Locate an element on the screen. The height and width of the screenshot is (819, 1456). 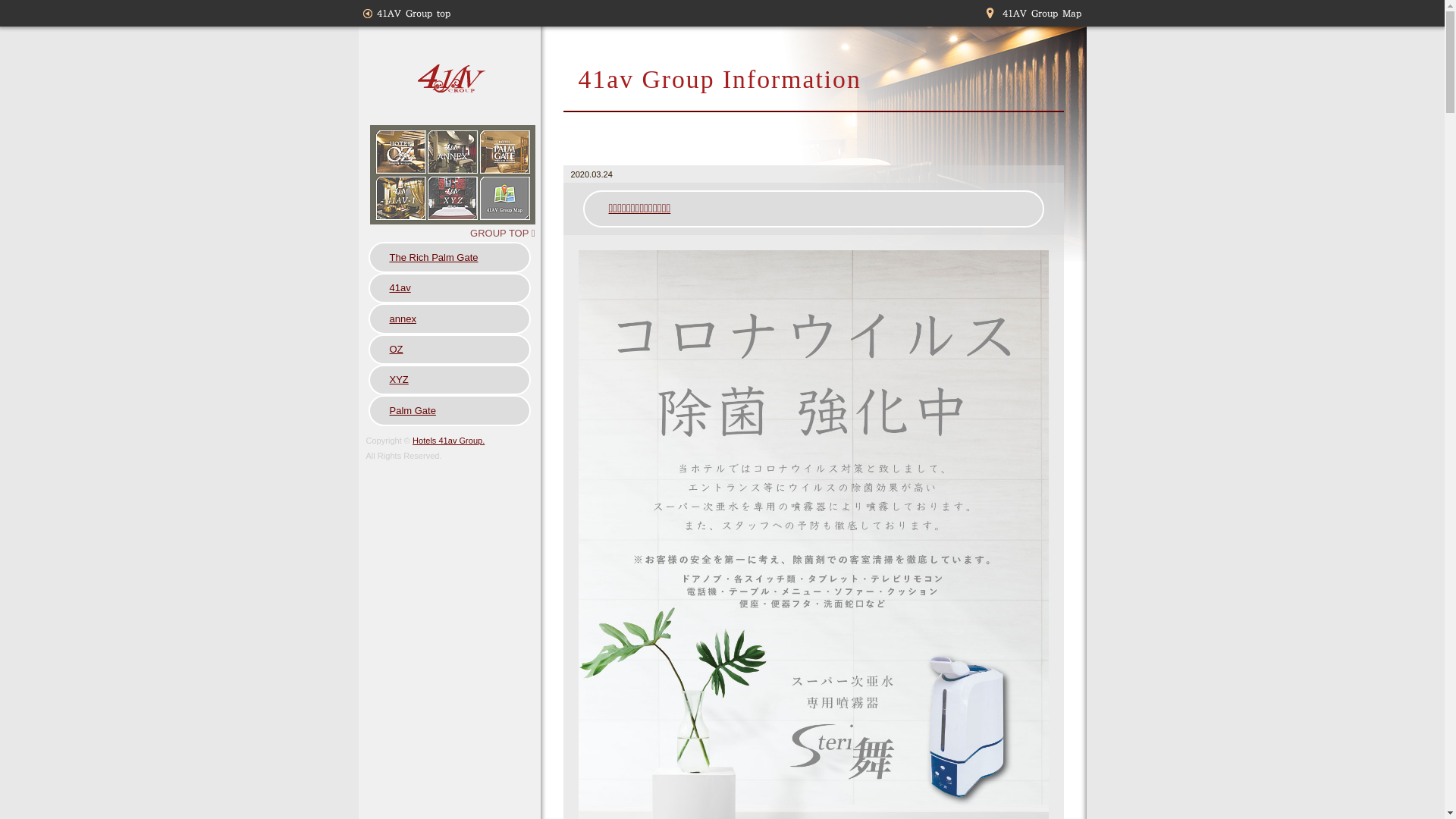
'annex' is located at coordinates (449, 318).